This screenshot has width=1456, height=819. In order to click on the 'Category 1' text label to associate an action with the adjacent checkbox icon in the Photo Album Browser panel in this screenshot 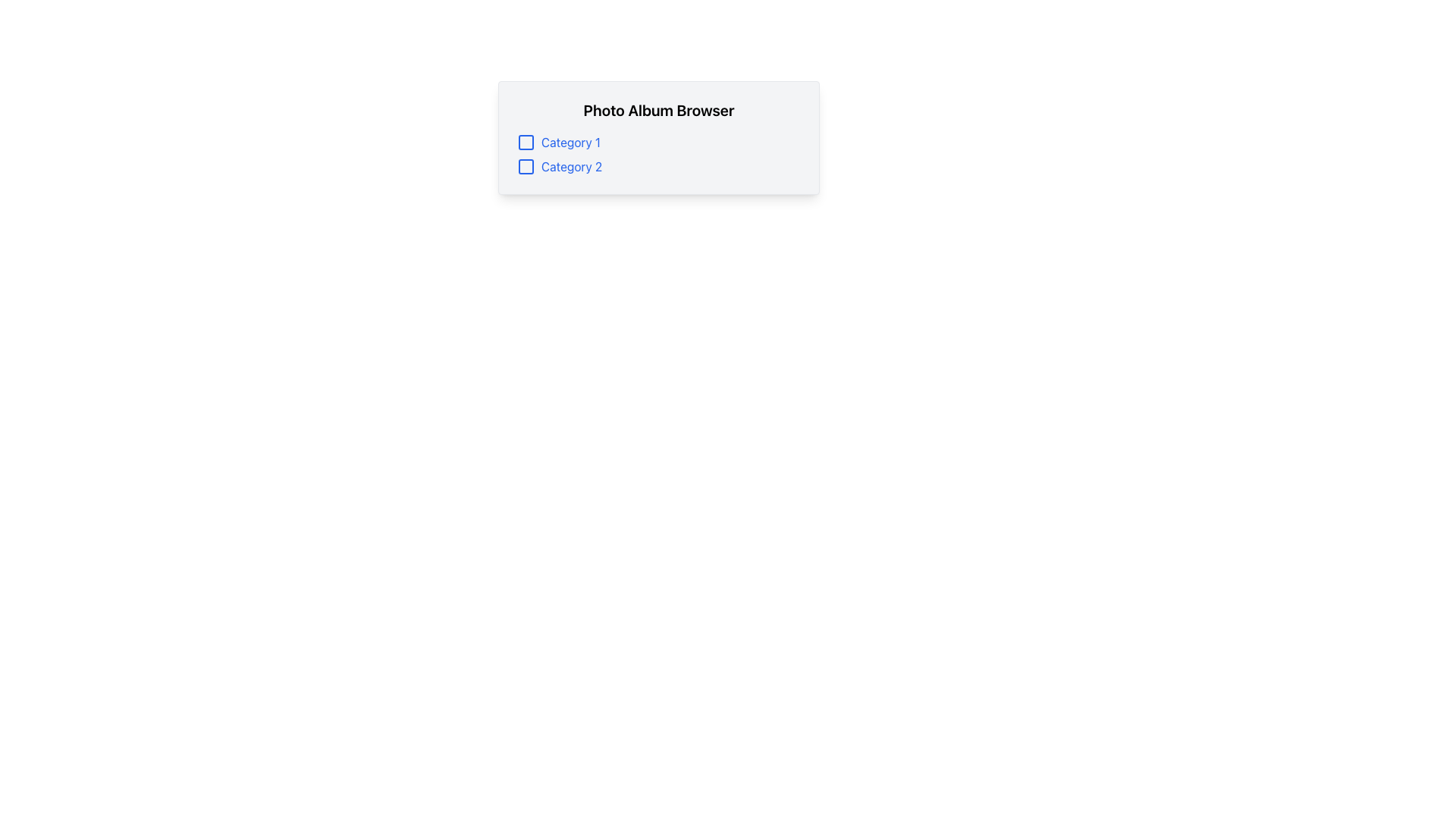, I will do `click(570, 143)`.